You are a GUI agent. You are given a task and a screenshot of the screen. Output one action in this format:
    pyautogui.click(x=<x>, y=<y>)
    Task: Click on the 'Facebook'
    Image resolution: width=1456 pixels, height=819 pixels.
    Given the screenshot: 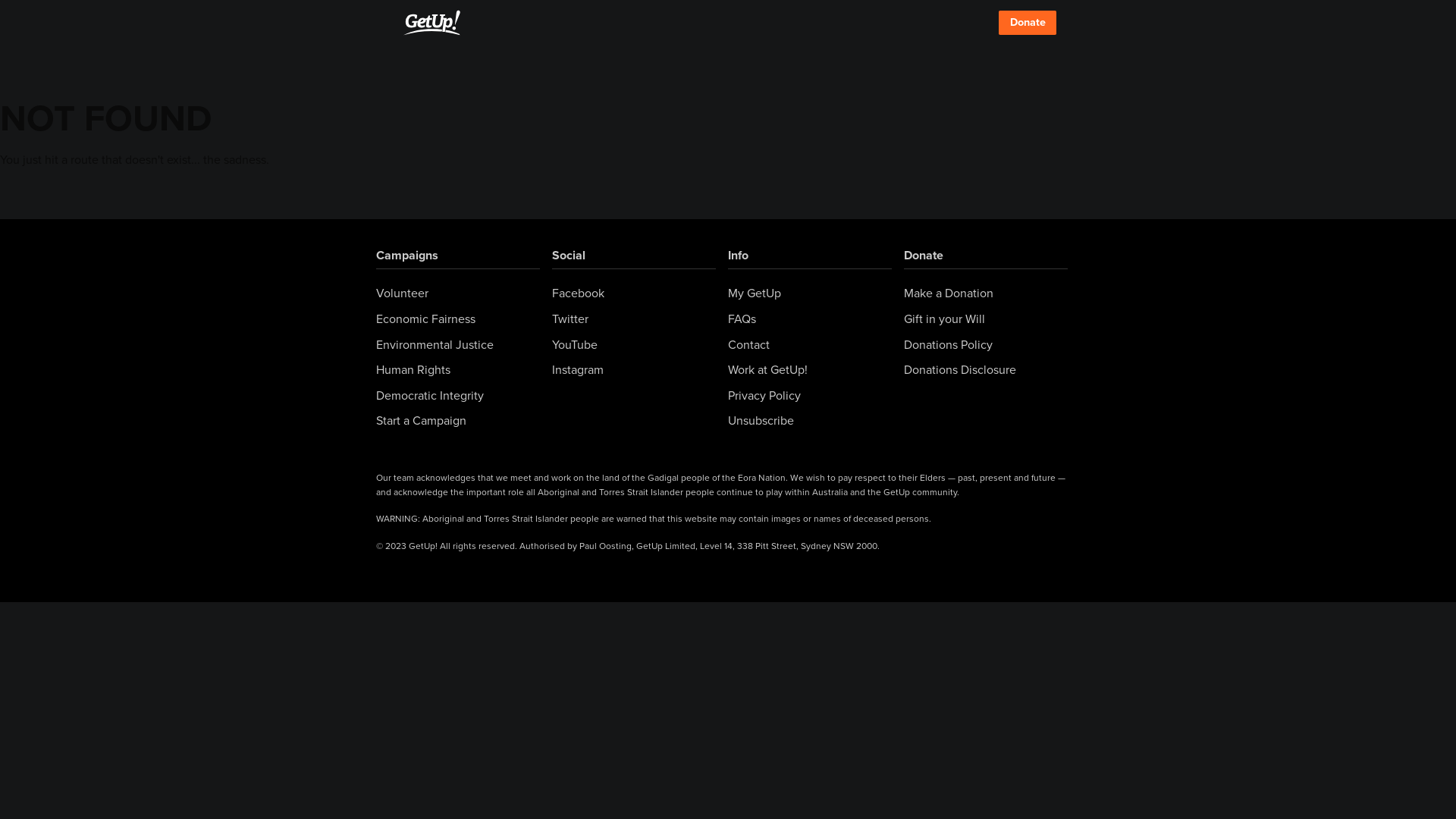 What is the action you would take?
    pyautogui.click(x=577, y=293)
    